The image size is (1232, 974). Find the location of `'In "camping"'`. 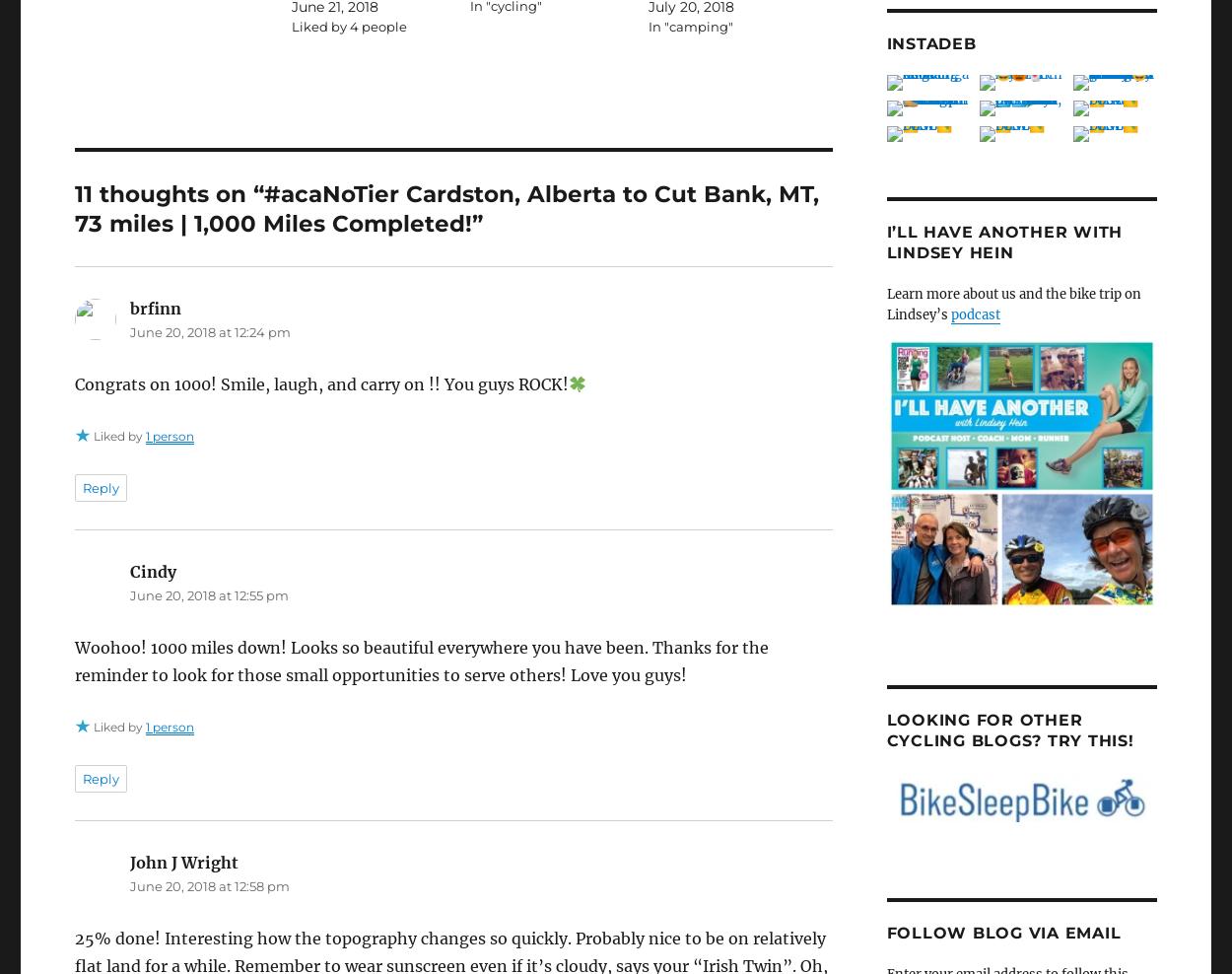

'In "camping"' is located at coordinates (689, 24).